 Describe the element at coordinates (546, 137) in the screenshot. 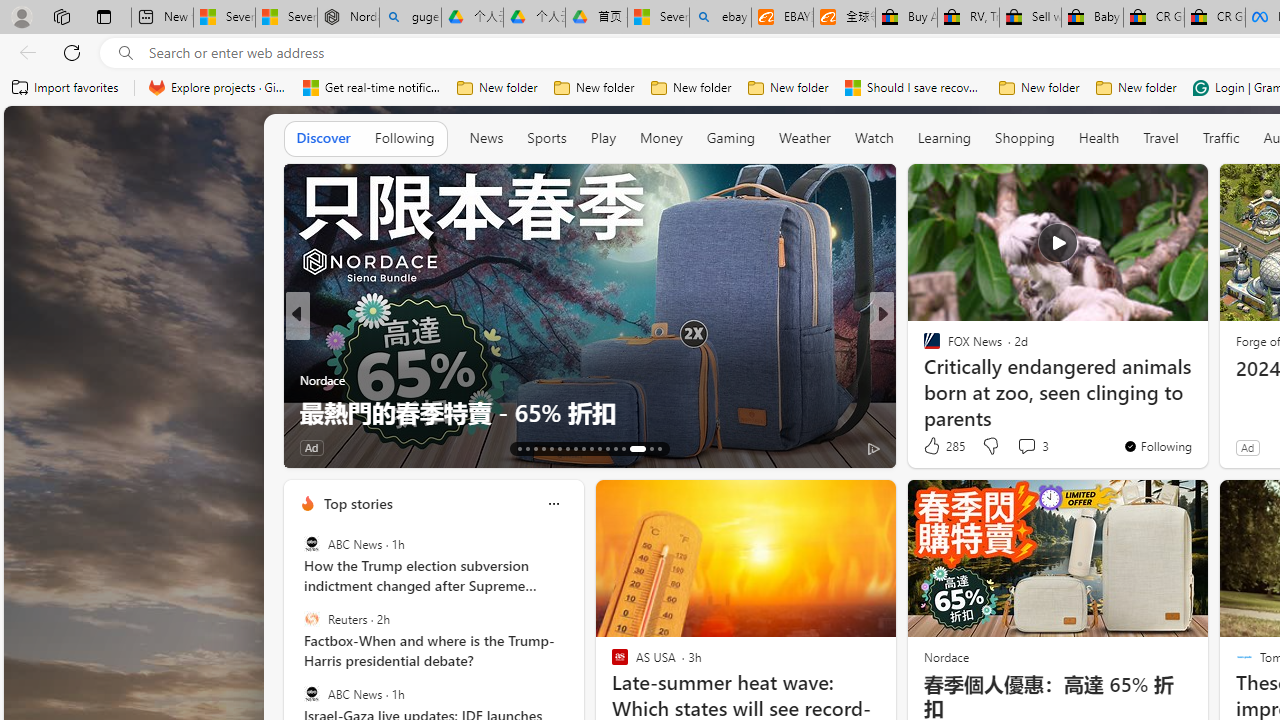

I see `'Sports'` at that location.